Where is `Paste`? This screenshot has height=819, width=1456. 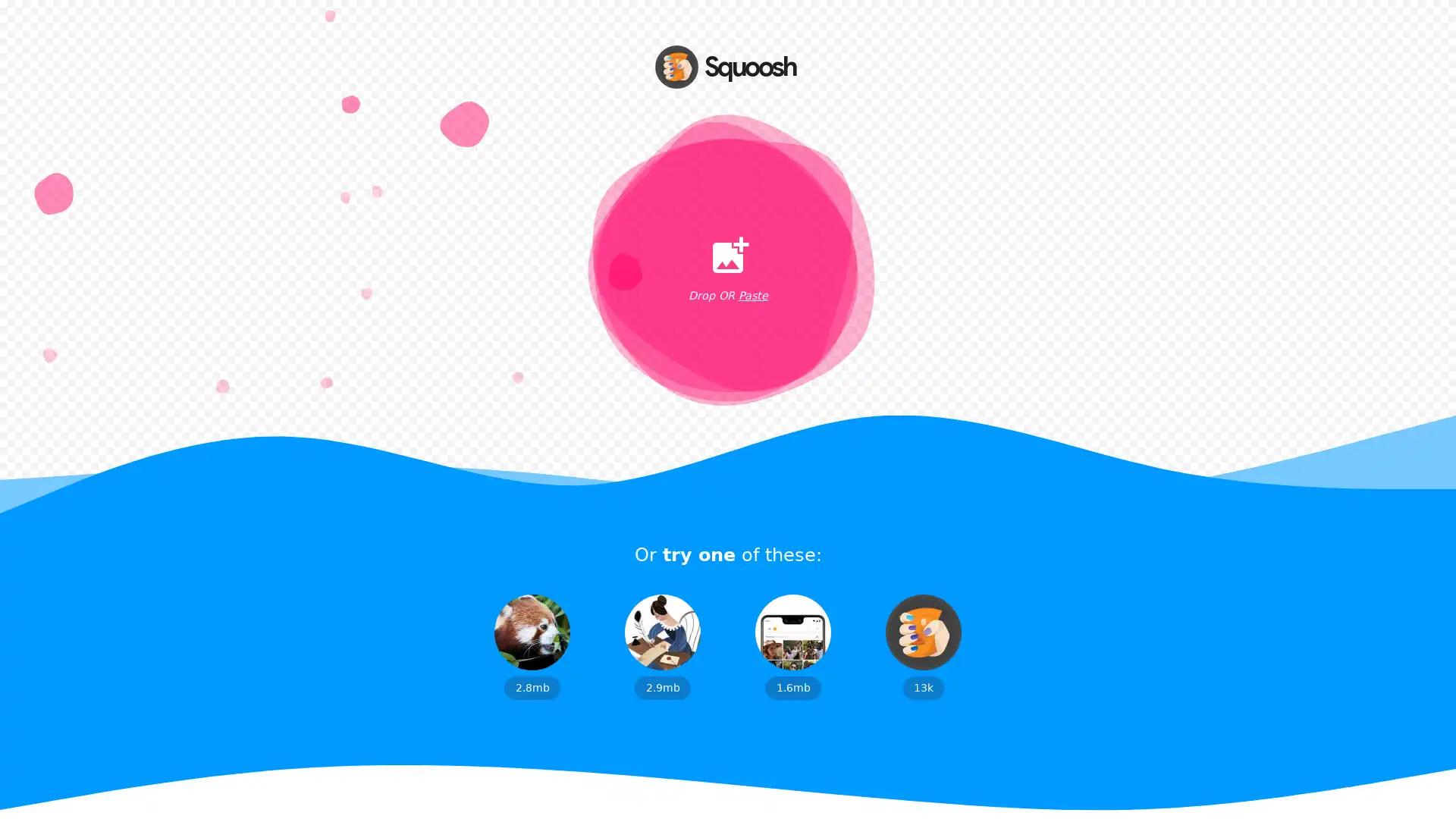 Paste is located at coordinates (752, 296).